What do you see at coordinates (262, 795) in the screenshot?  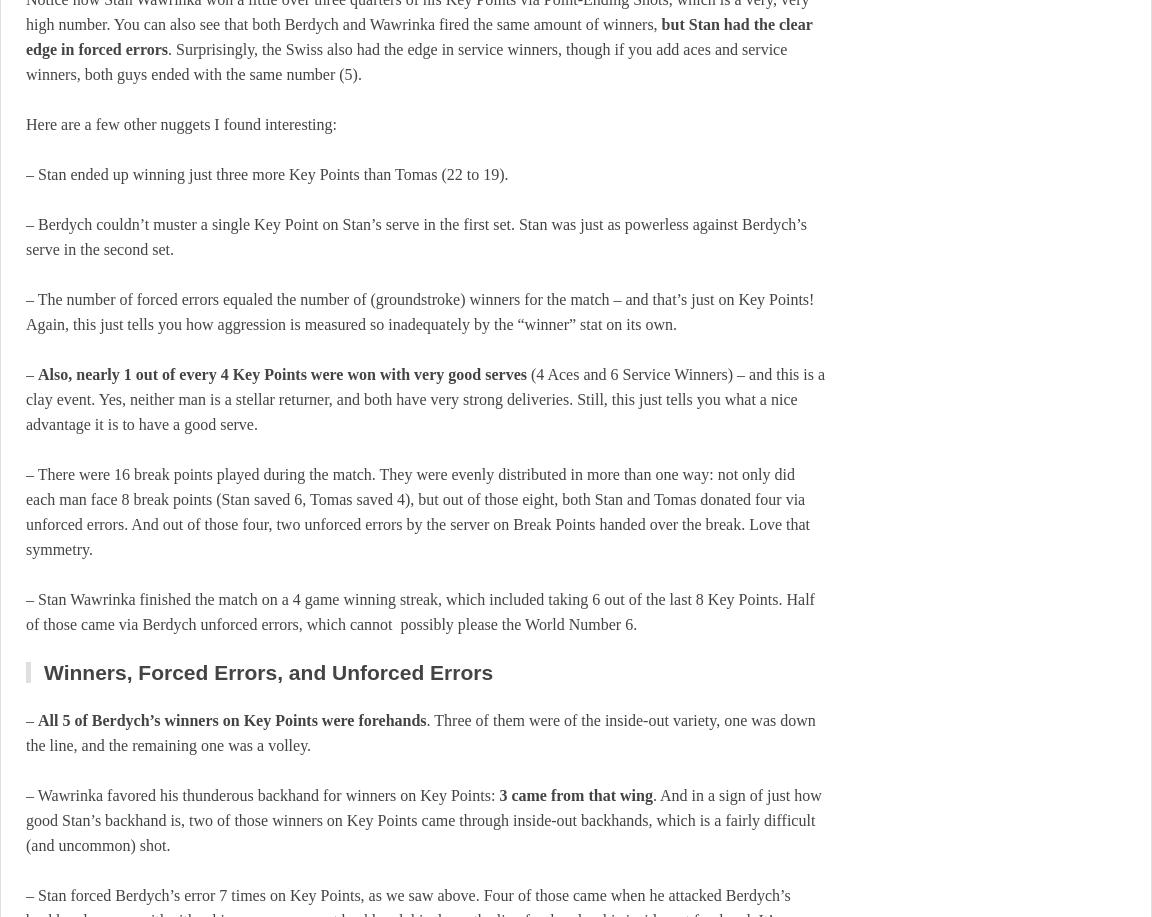 I see `'– Wawrinka favored his thunderous backhand for winners on Key Points:'` at bounding box center [262, 795].